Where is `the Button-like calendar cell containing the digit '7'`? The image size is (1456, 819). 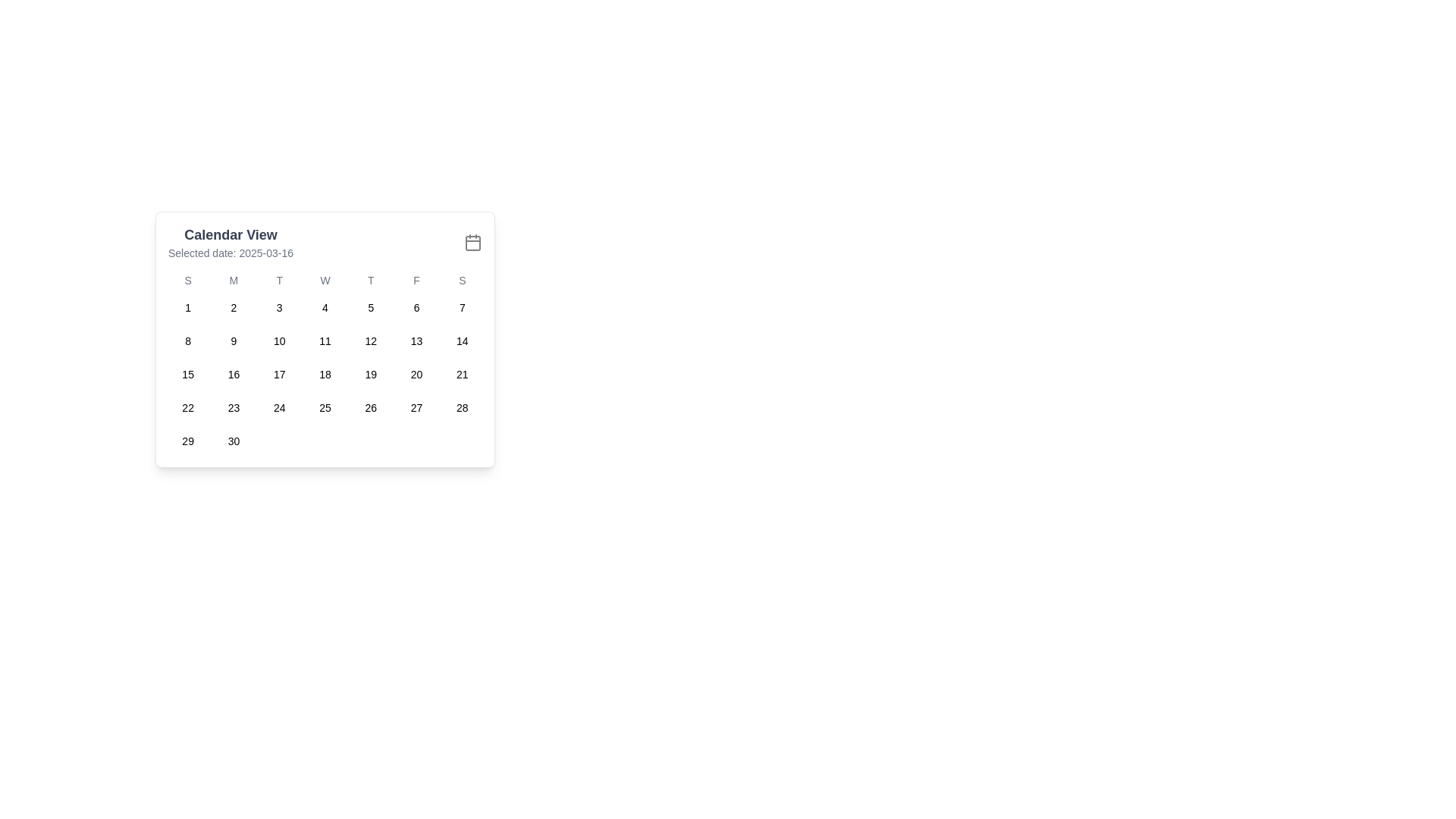 the Button-like calendar cell containing the digit '7' is located at coordinates (461, 307).